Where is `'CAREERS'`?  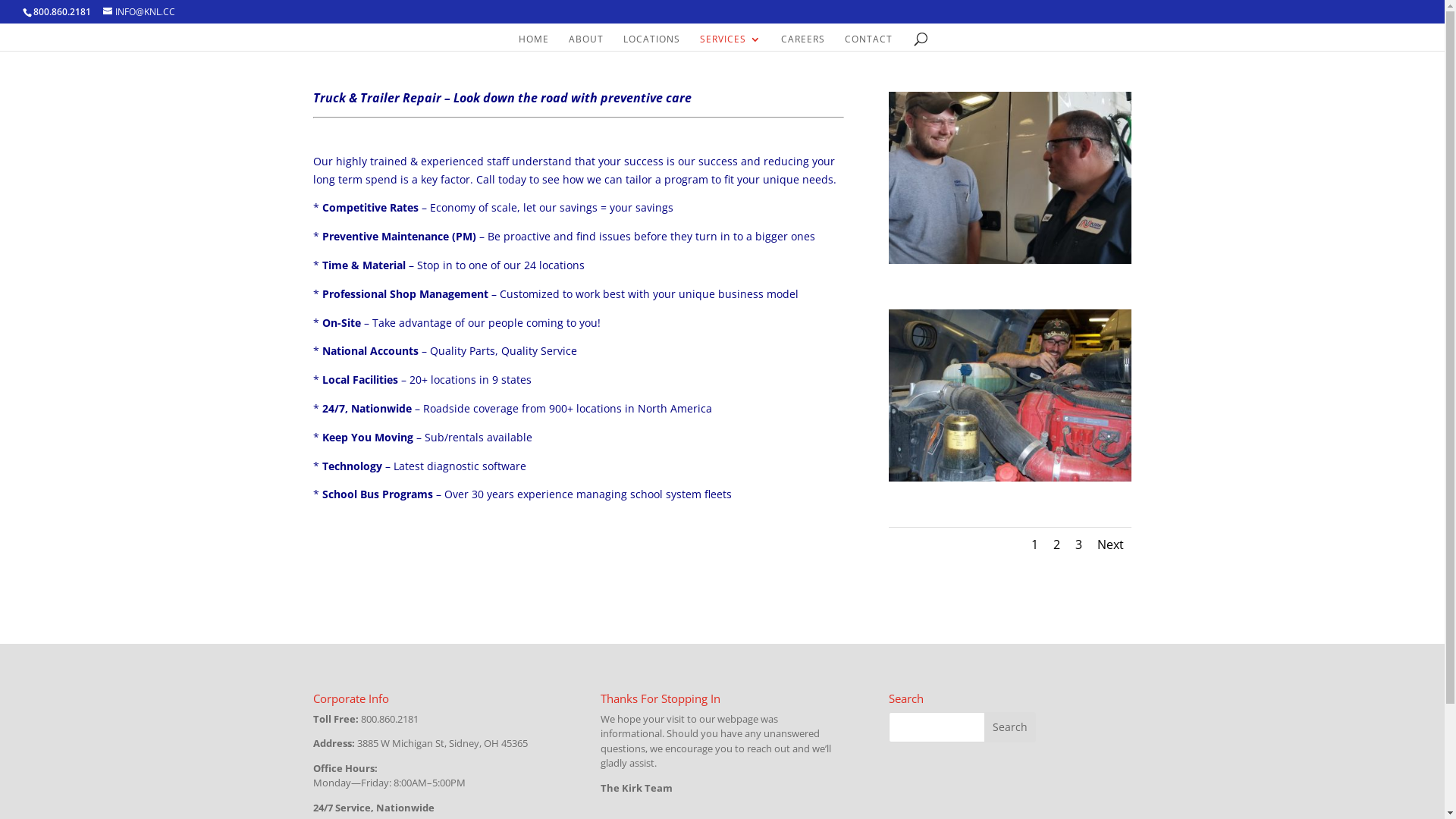 'CAREERS' is located at coordinates (802, 42).